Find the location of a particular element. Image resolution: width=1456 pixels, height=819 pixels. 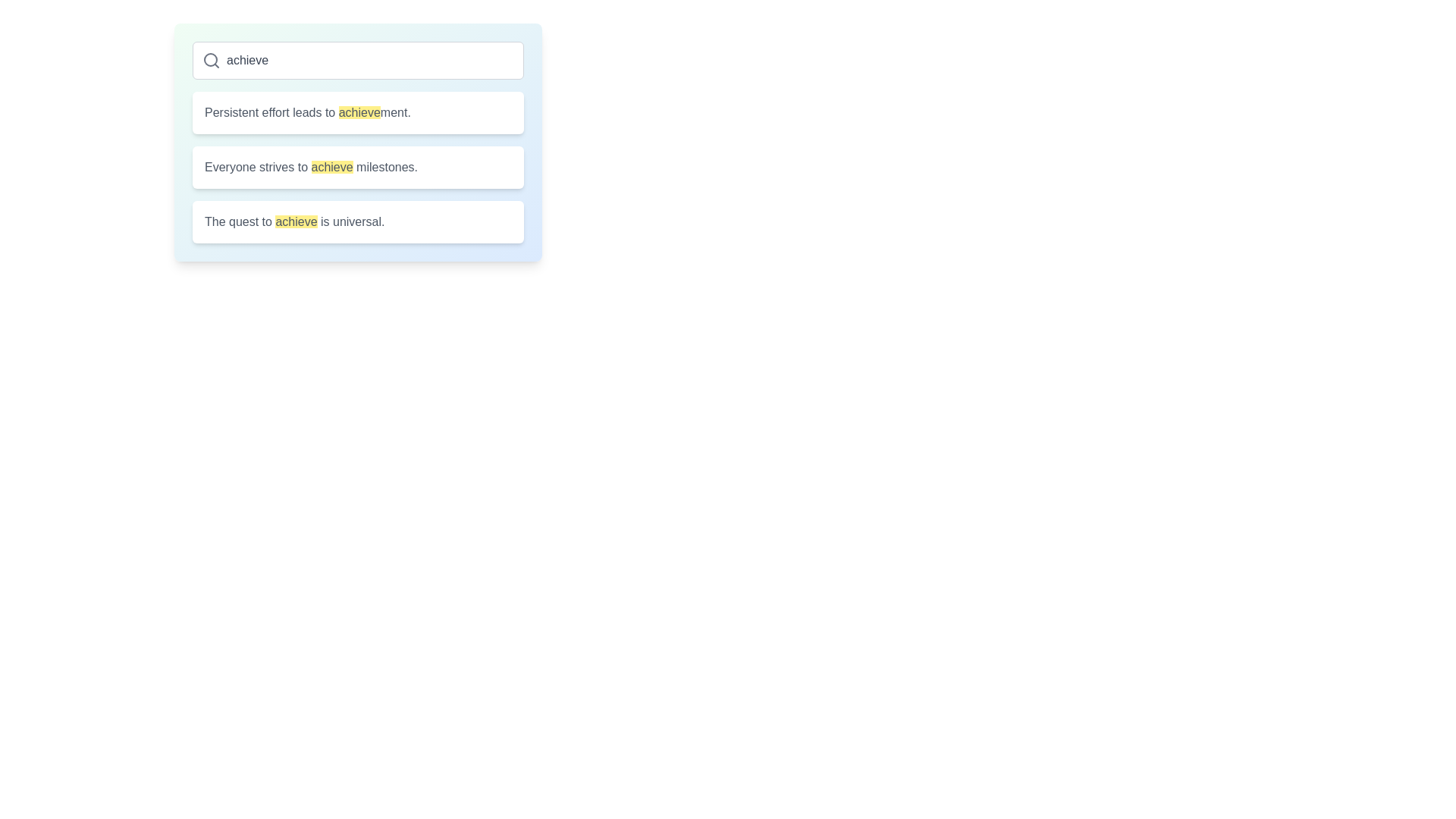

the second text block in the list of search results located below the search bar is located at coordinates (357, 167).